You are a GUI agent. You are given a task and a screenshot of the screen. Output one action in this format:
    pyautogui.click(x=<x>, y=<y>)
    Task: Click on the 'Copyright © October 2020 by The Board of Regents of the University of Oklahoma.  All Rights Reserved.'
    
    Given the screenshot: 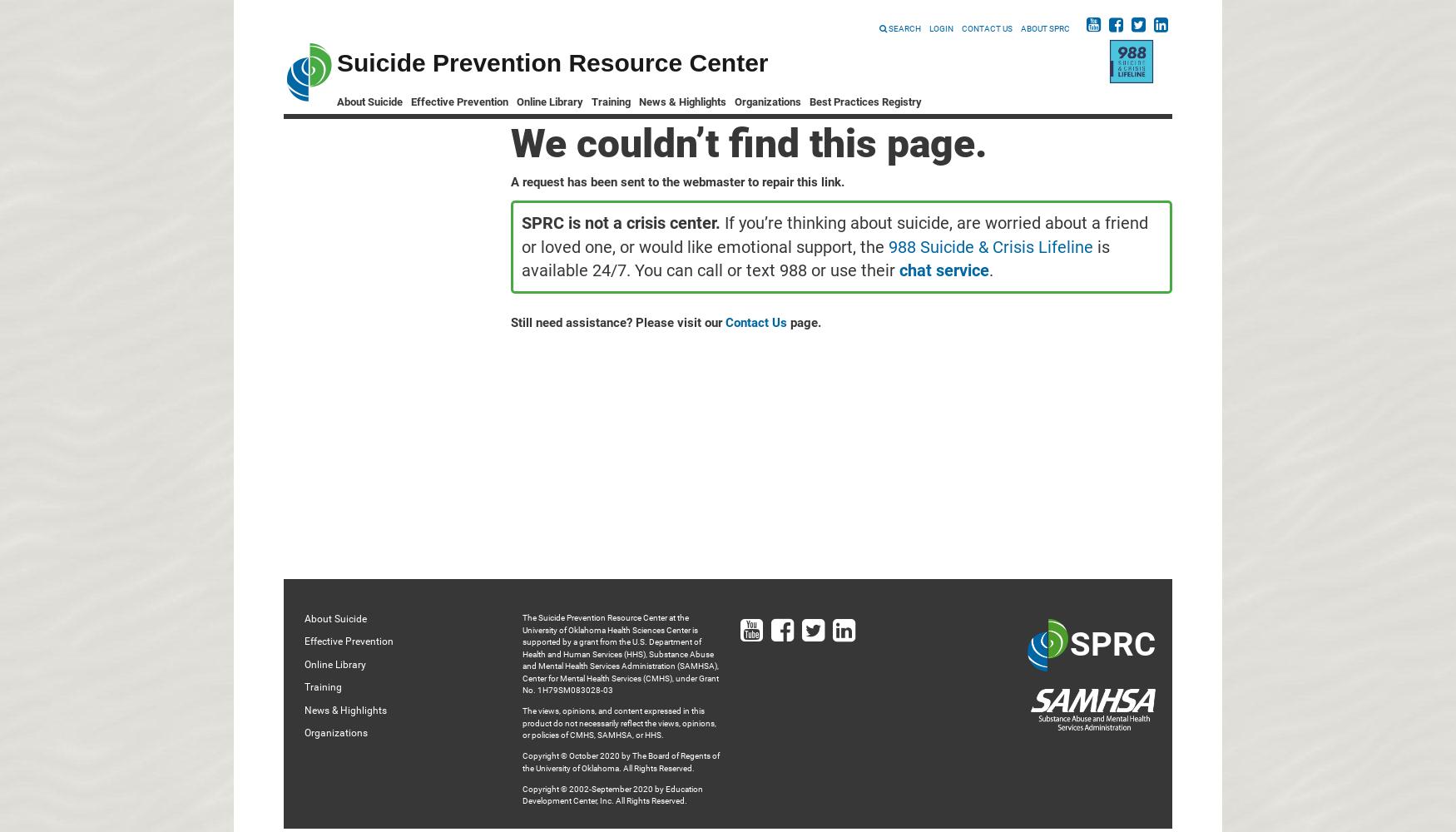 What is the action you would take?
    pyautogui.click(x=620, y=761)
    